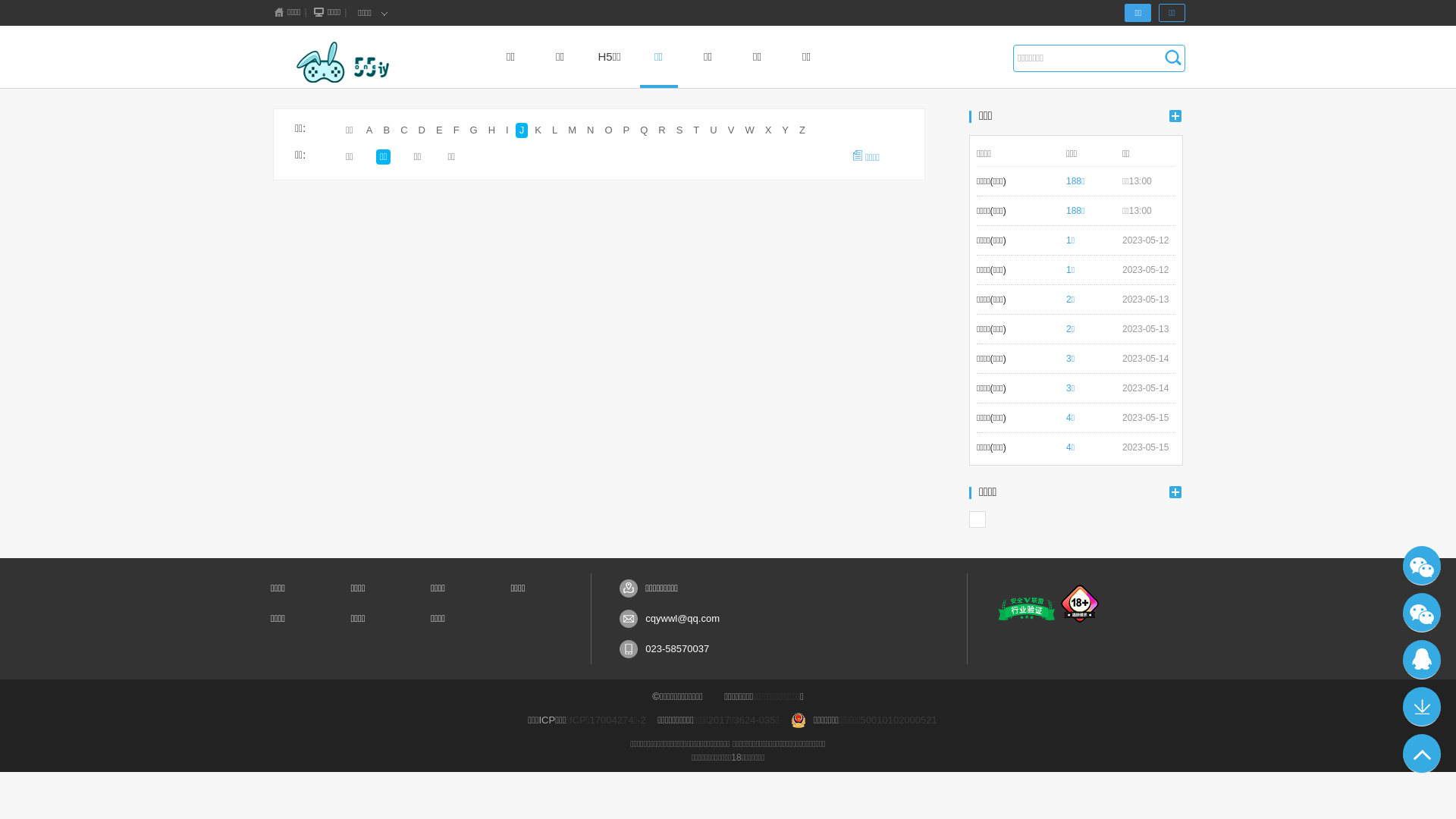  Describe the element at coordinates (472, 130) in the screenshot. I see `'G'` at that location.